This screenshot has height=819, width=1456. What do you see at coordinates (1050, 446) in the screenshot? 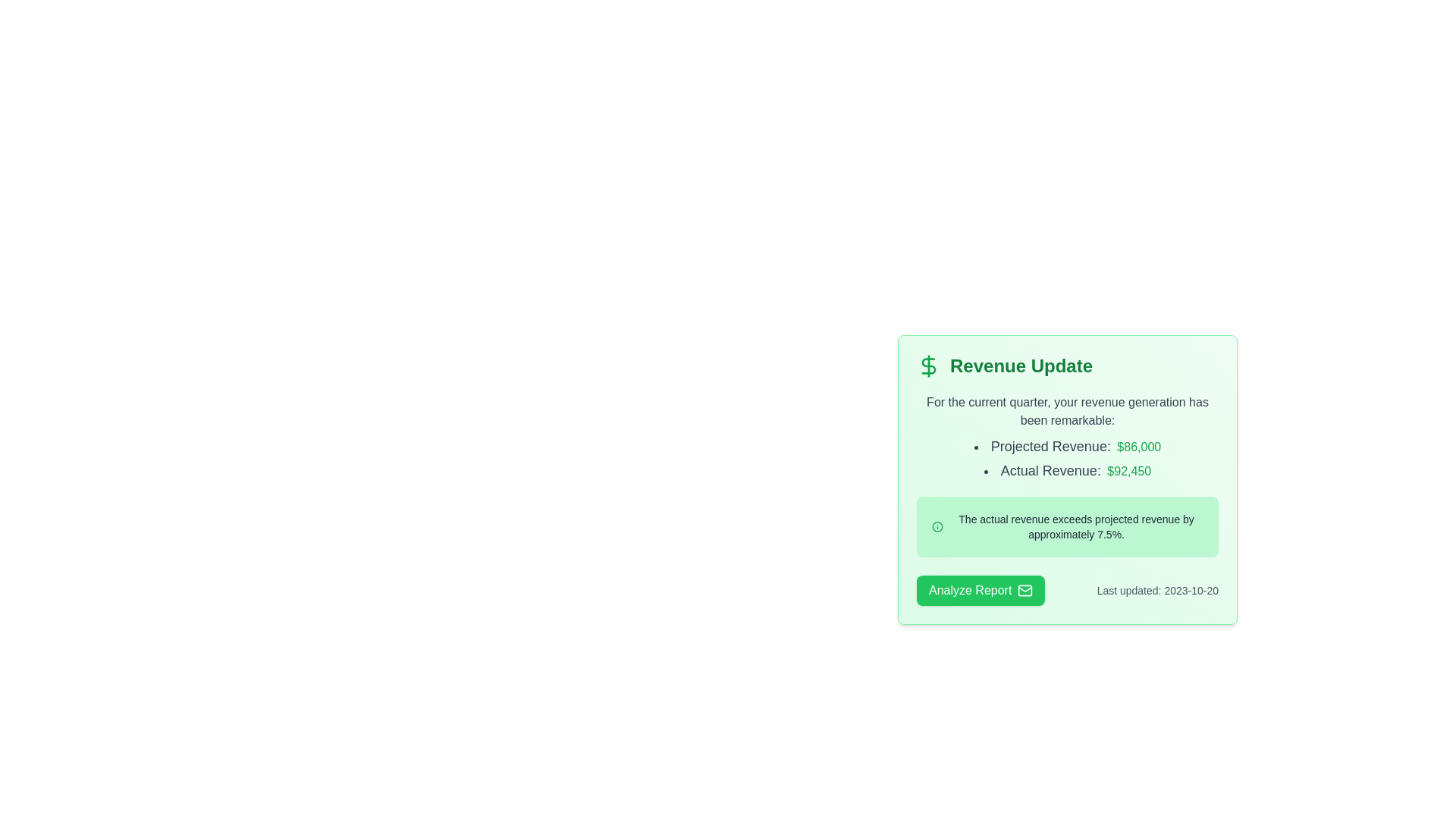
I see `the Text Label that describes the corresponding revenue amount displayed to its right, located within the green box labeled 'Revenue Update'` at bounding box center [1050, 446].